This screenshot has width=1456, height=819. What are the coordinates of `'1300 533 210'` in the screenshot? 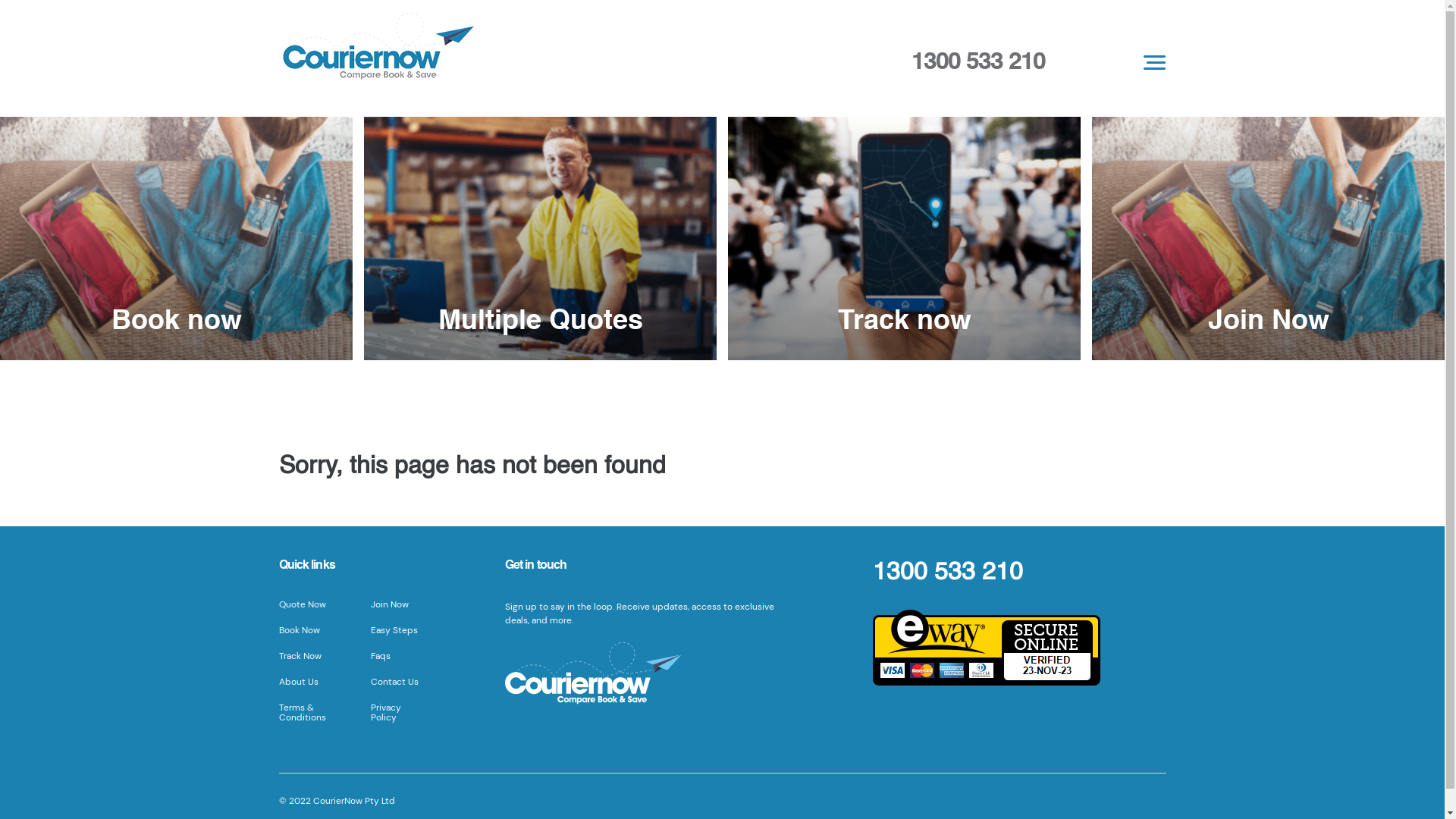 It's located at (946, 573).